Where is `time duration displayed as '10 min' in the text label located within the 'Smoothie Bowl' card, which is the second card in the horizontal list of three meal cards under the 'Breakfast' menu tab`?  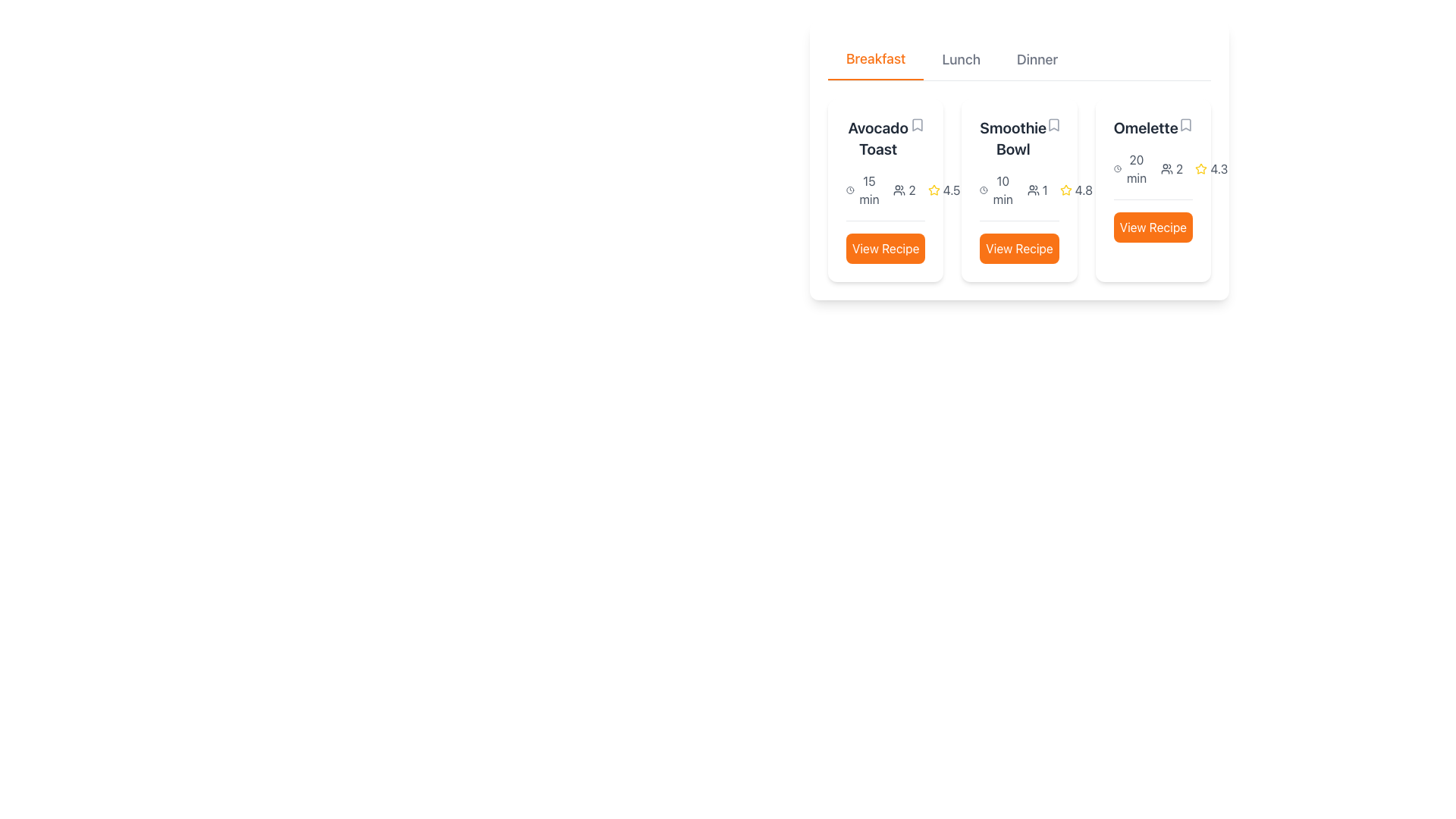
time duration displayed as '10 min' in the text label located within the 'Smoothie Bowl' card, which is the second card in the horizontal list of three meal cards under the 'Breakfast' menu tab is located at coordinates (1003, 189).